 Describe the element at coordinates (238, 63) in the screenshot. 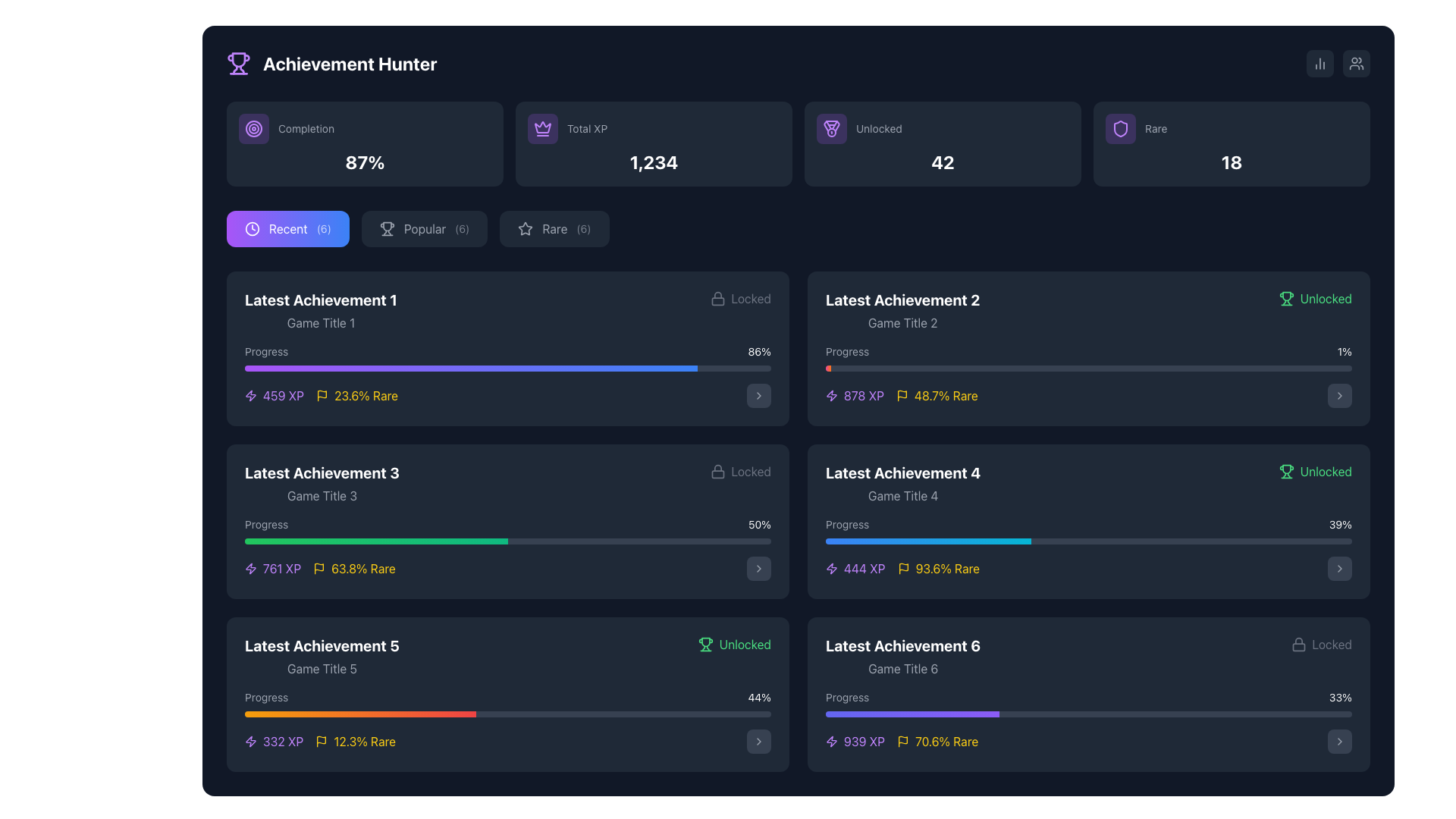

I see `the trophy icon representing the 'Achievement Hunter' section, located at the top left corner of the interface before the 'Achievement Hunter' text` at that location.